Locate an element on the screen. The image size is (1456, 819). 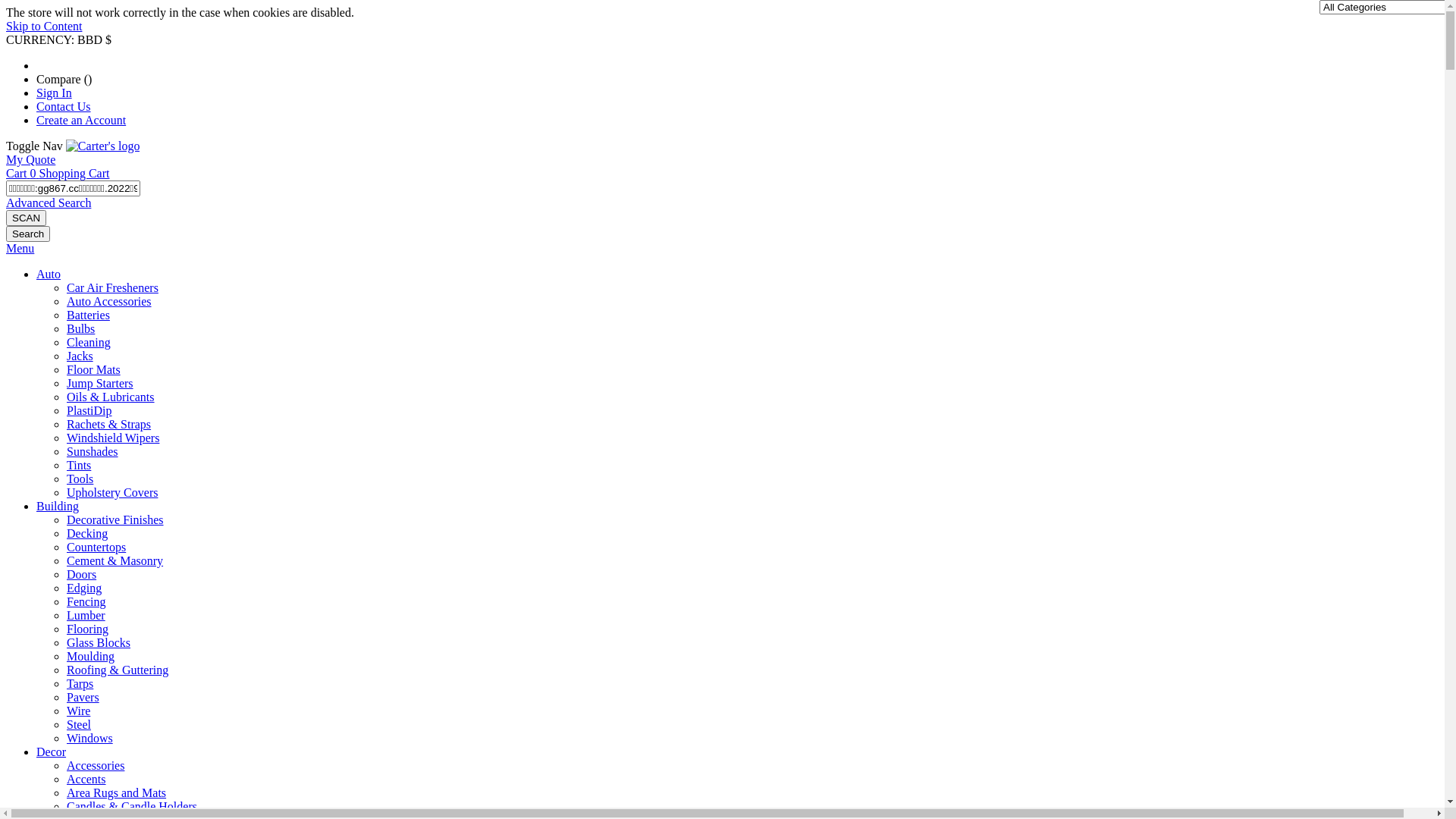
'Jump Starters' is located at coordinates (99, 382).